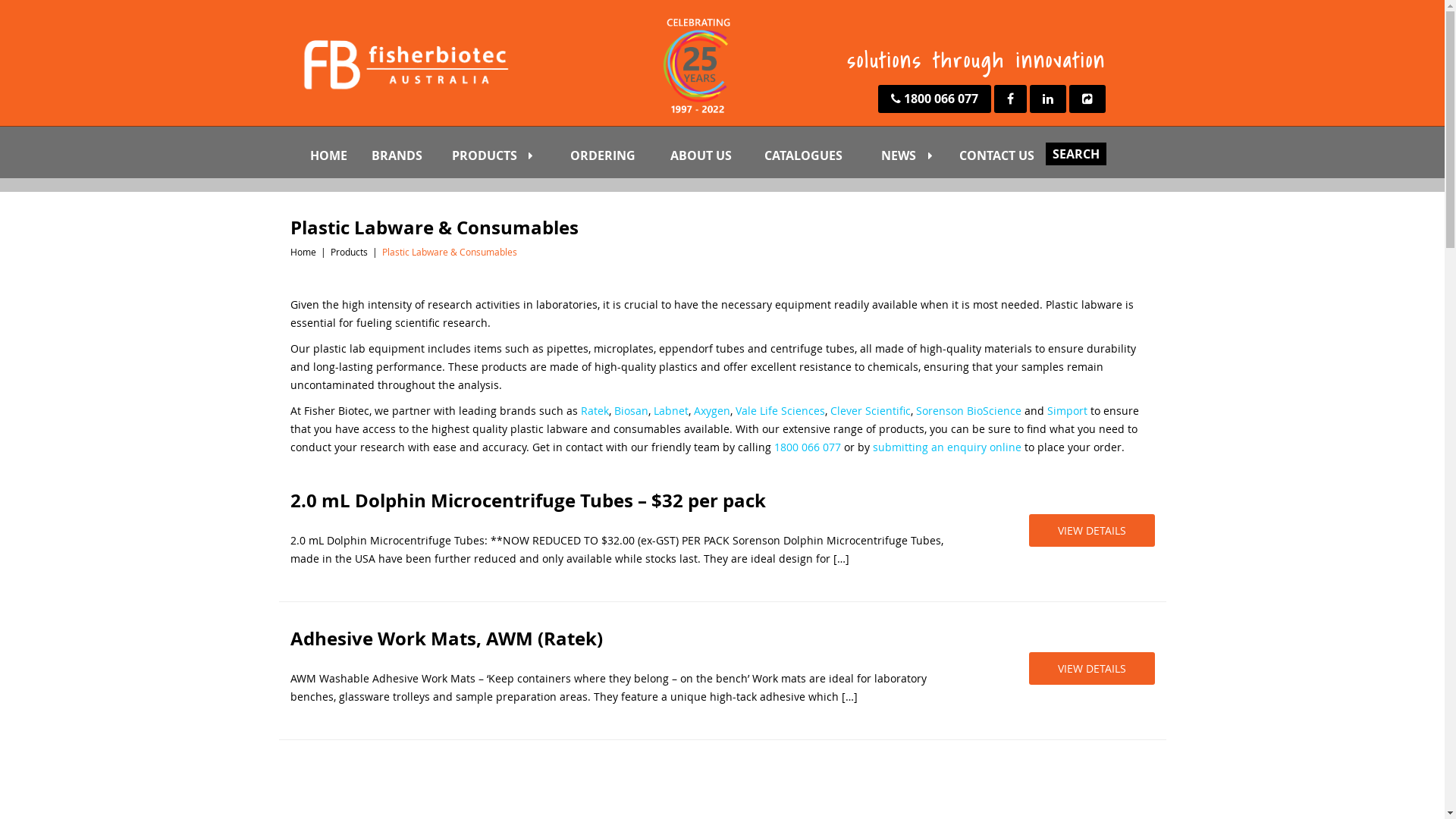  I want to click on 'CONTACT US', so click(1011, 155).